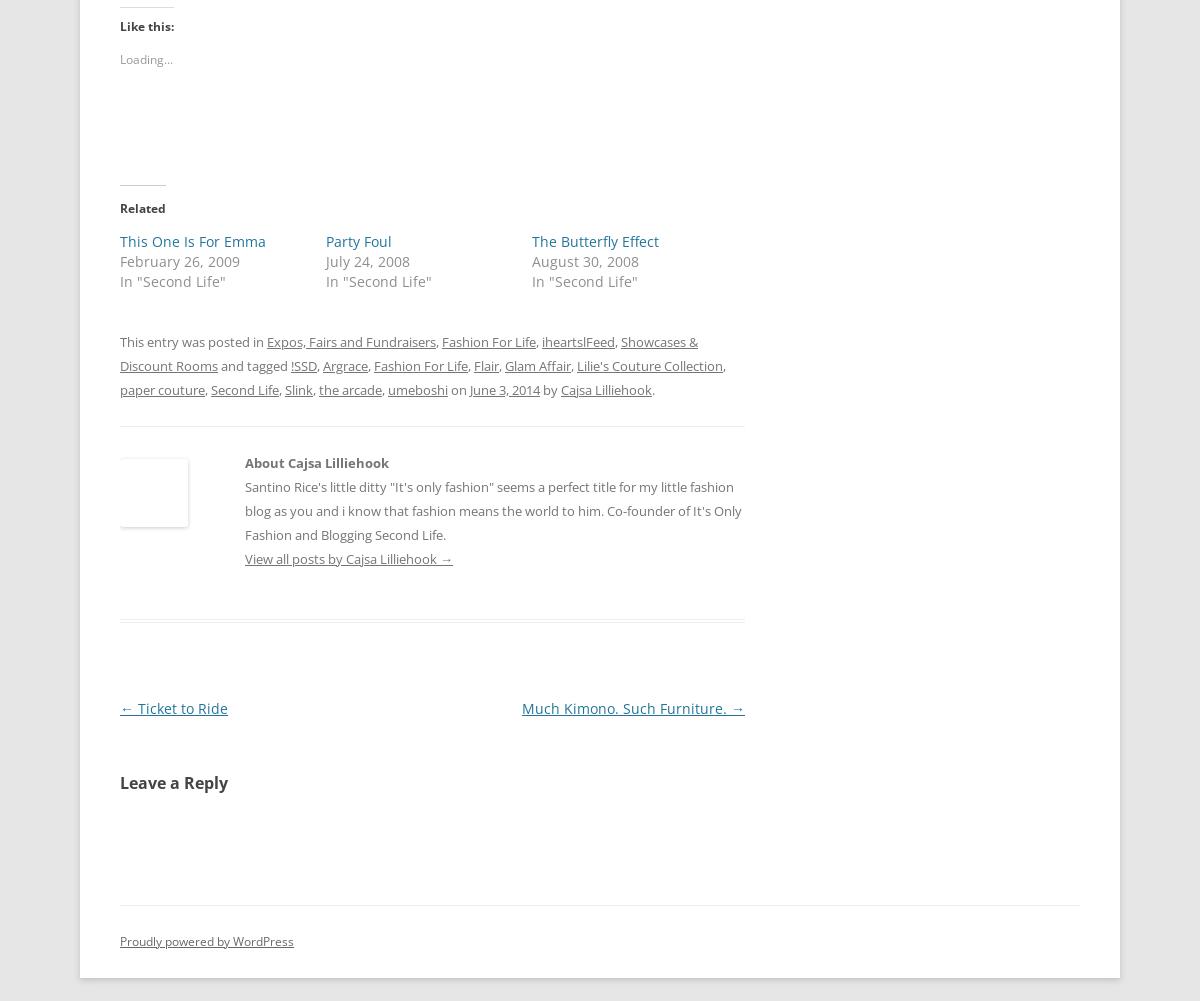 Image resolution: width=1200 pixels, height=1001 pixels. Describe the element at coordinates (298, 387) in the screenshot. I see `'Slink'` at that location.